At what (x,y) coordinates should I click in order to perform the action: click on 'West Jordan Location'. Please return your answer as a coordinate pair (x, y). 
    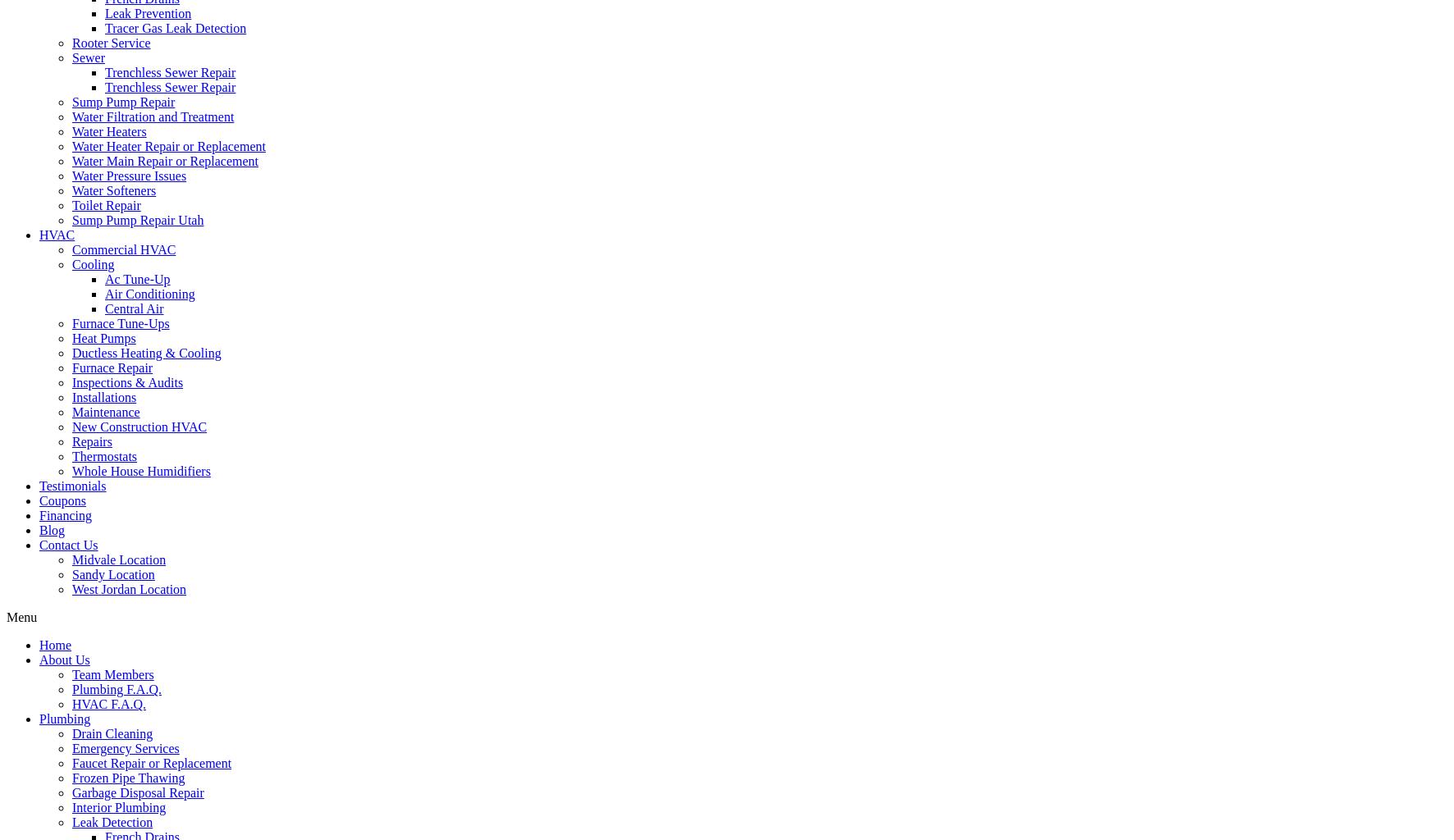
    Looking at the image, I should click on (71, 589).